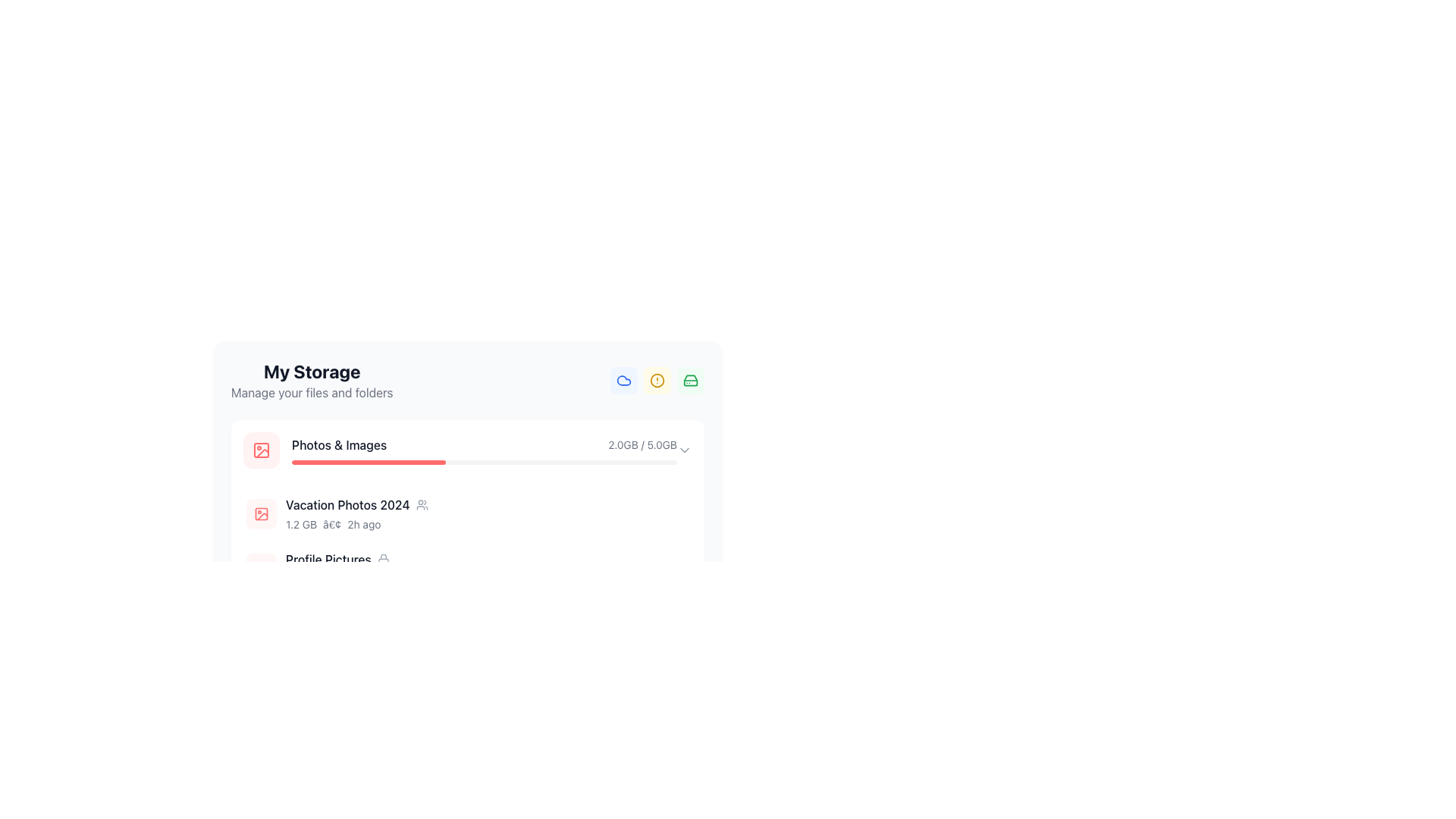 The height and width of the screenshot is (819, 1456). I want to click on the centered bullet symbol ('•') displayed in gray, used as a separator, located between '450 MB' and '1d ago', so click(338, 579).